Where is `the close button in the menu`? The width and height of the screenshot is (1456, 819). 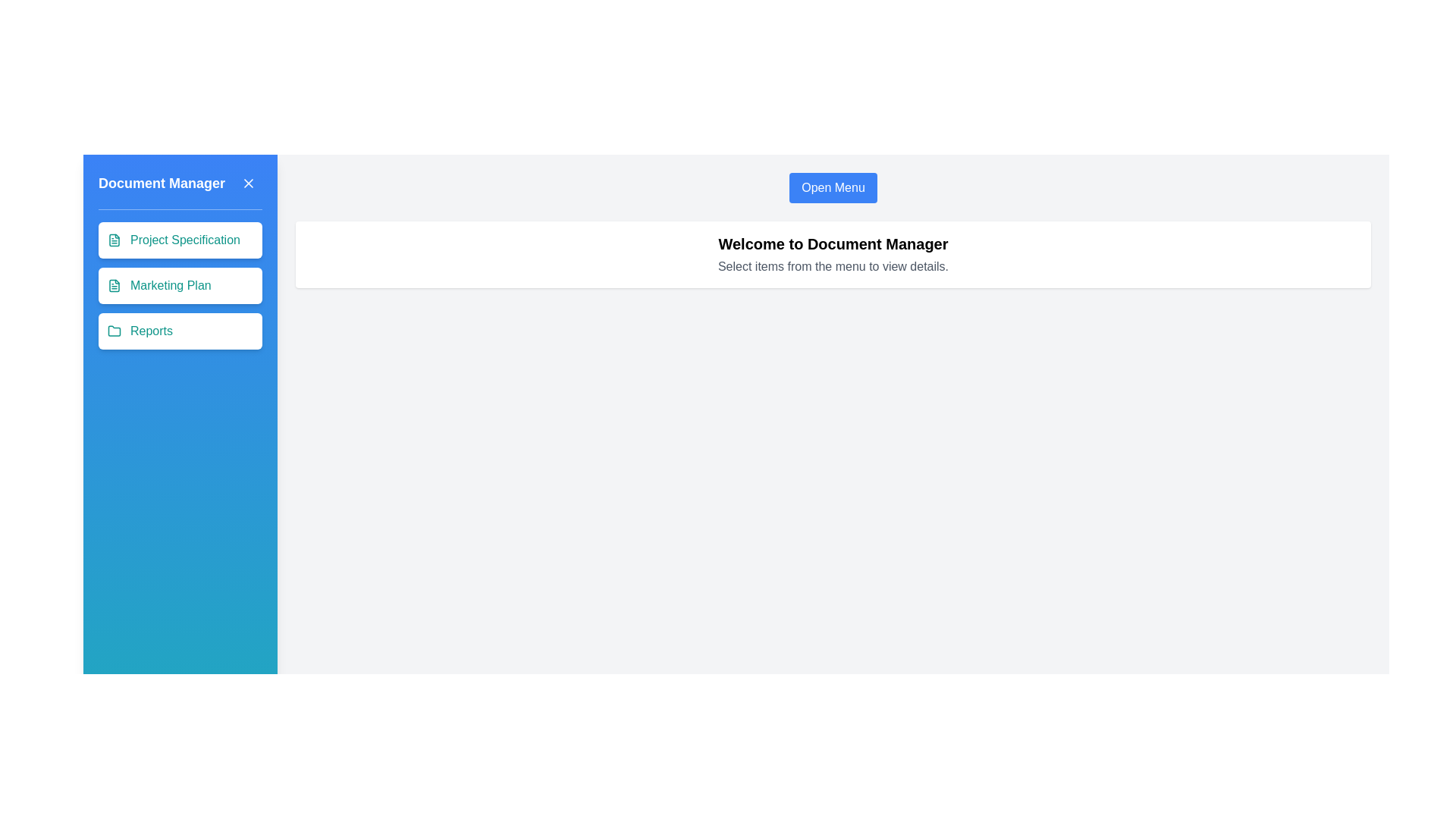
the close button in the menu is located at coordinates (248, 183).